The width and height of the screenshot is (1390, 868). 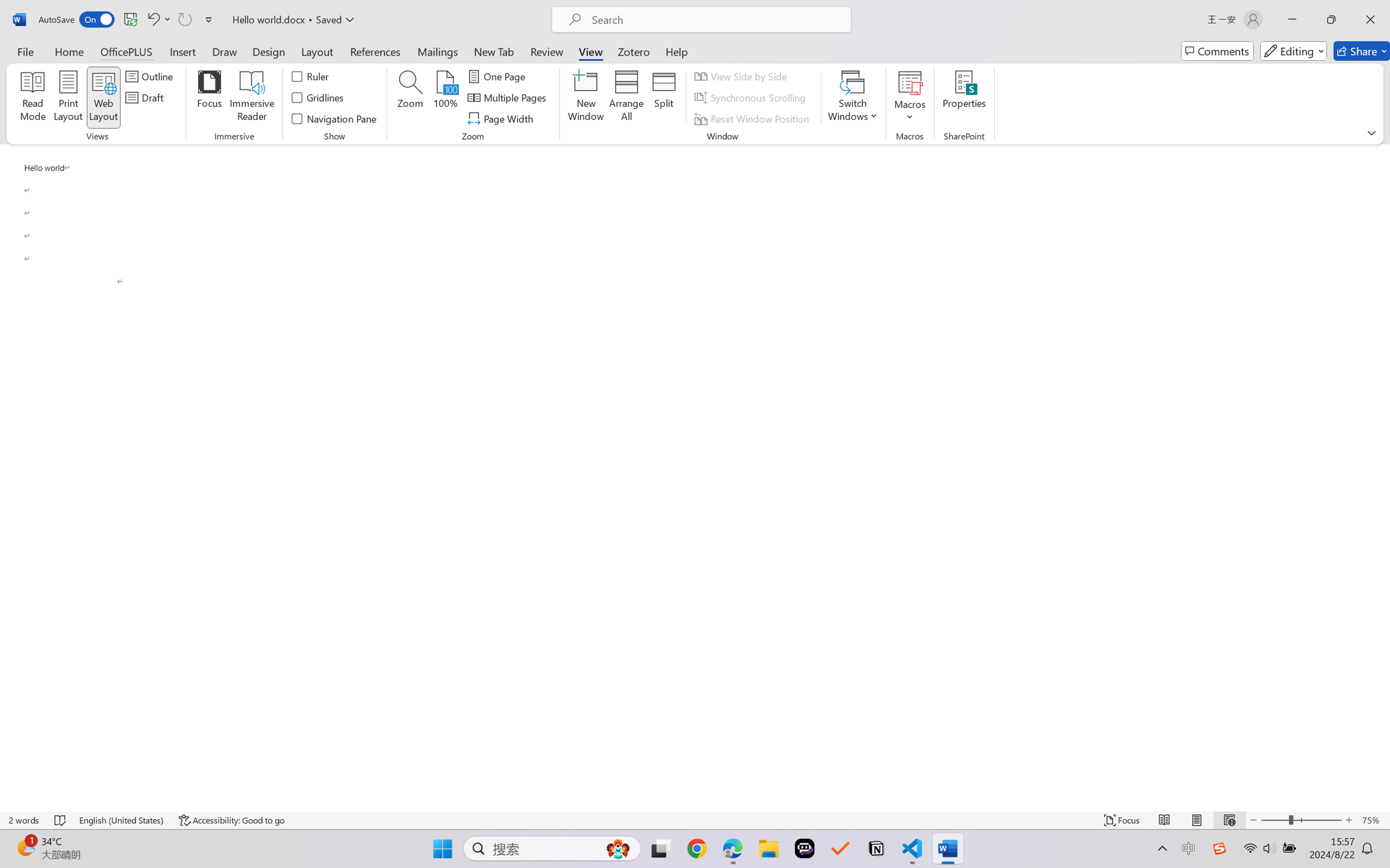 I want to click on 'View', so click(x=590, y=51).